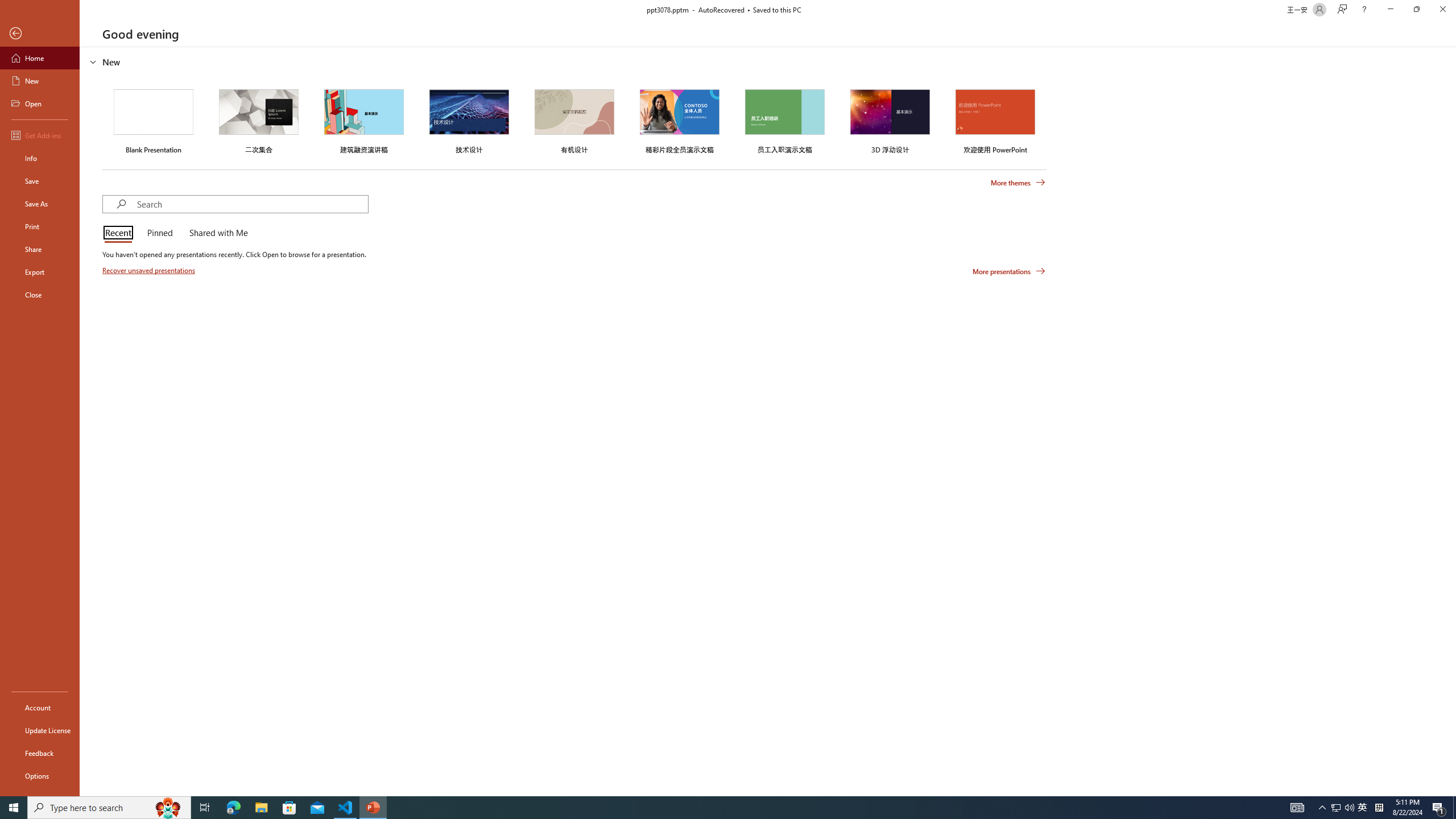 Image resolution: width=1456 pixels, height=819 pixels. Describe the element at coordinates (1008, 270) in the screenshot. I see `'More presentations'` at that location.